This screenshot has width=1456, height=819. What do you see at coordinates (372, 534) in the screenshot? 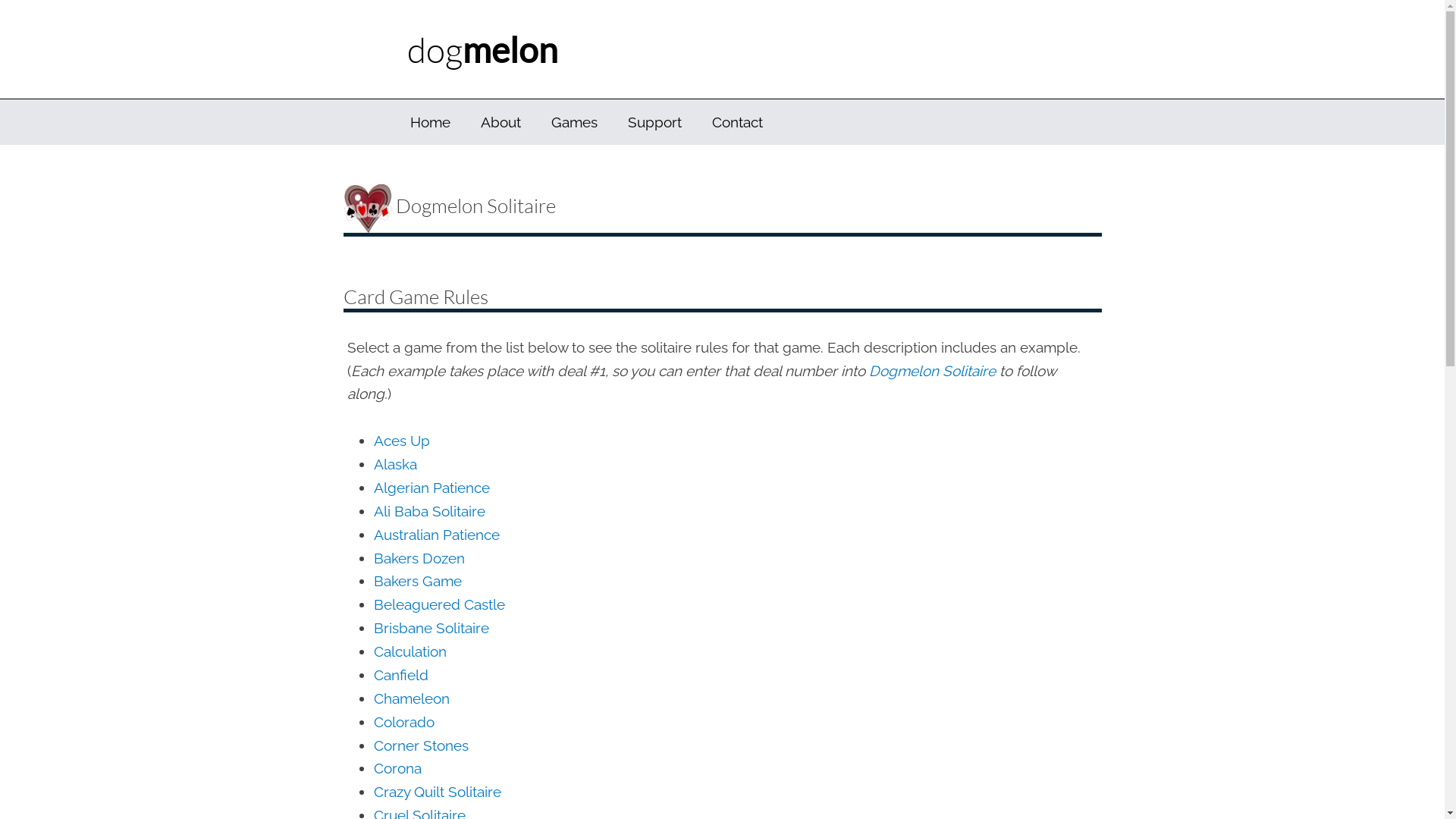
I see `'Australian Patience'` at bounding box center [372, 534].